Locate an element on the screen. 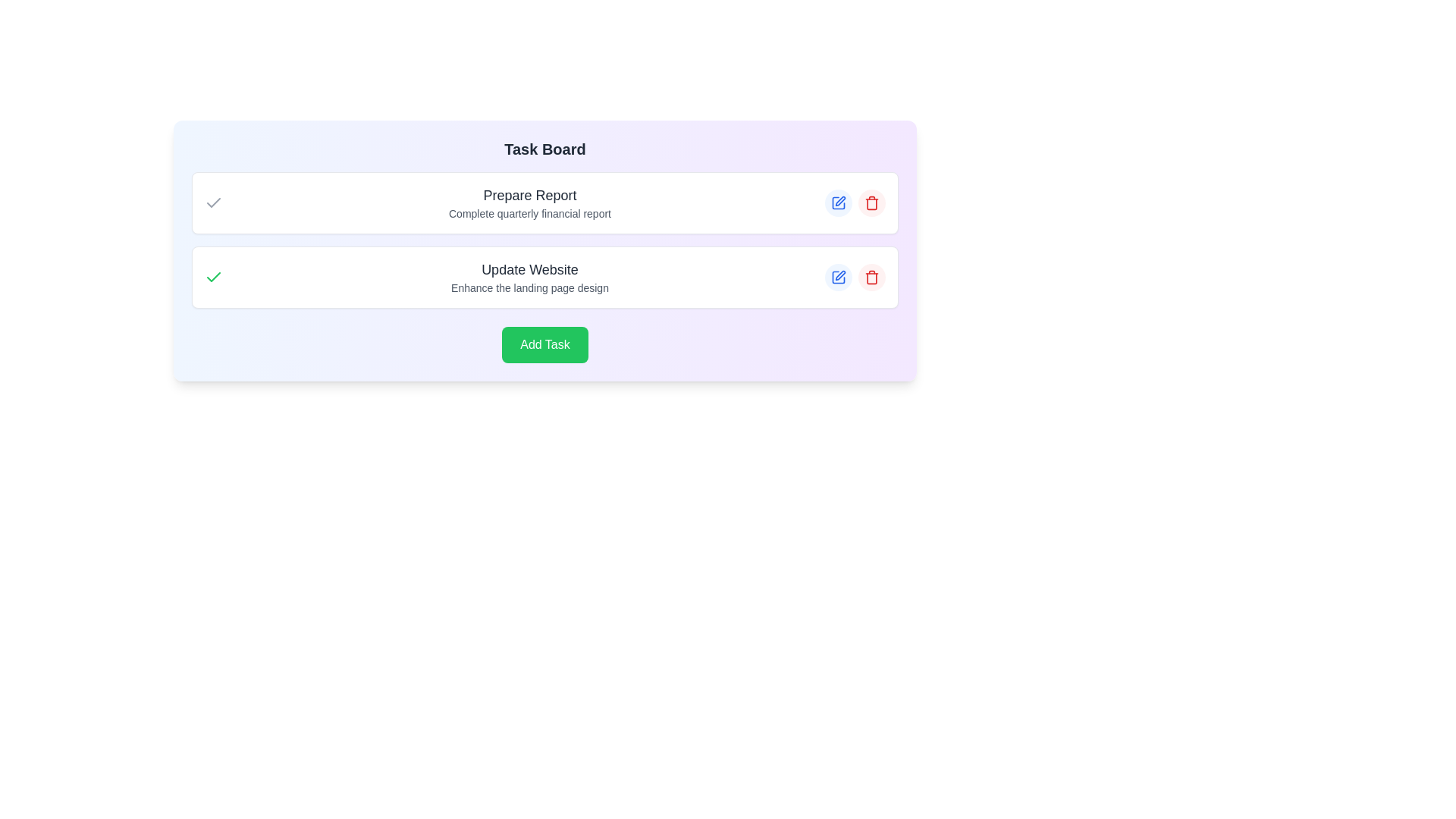 This screenshot has width=1456, height=819. the text label that reads 'Enhance the landing page design', which is styled in a small font size and light gray color, located under the main task title 'Update Website' is located at coordinates (530, 288).